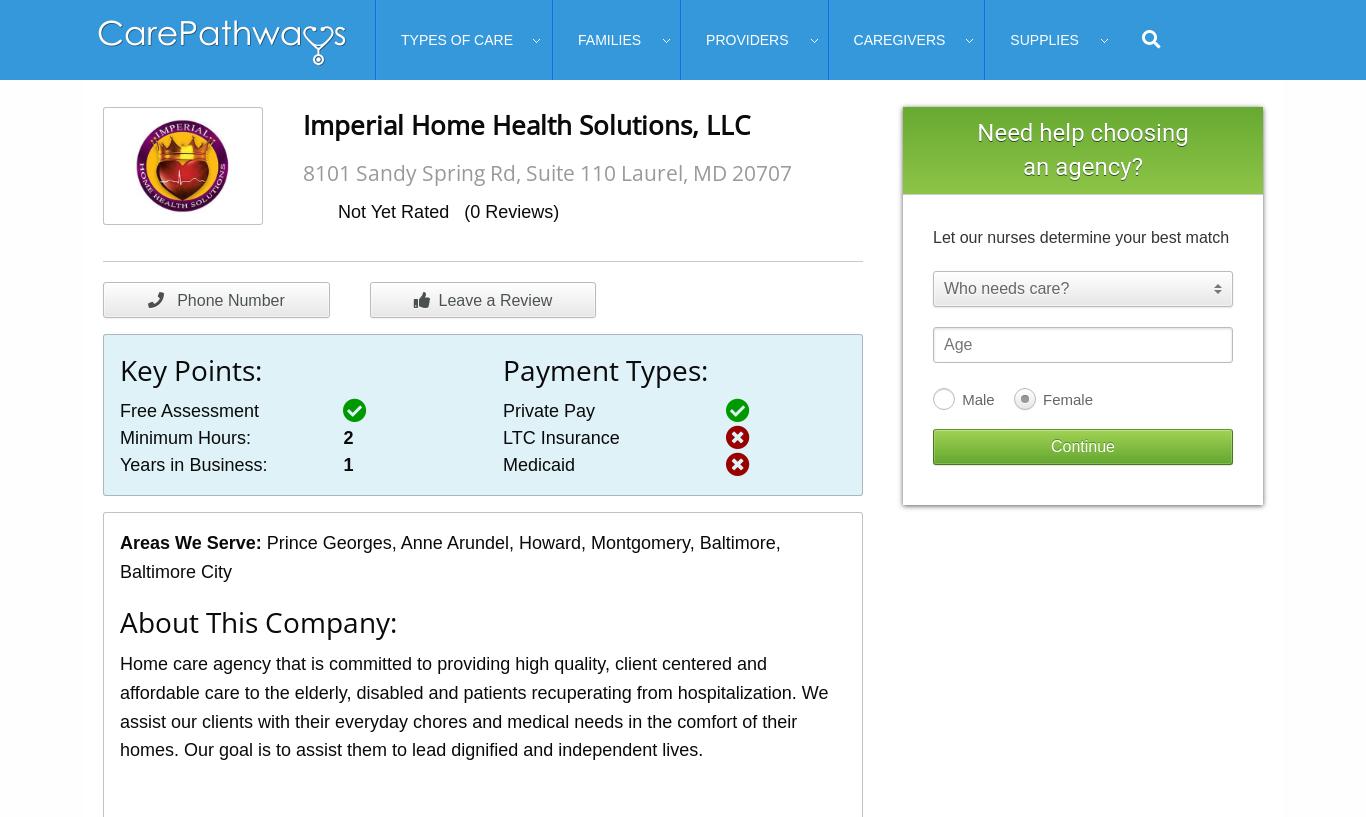 The image size is (1366, 817). Describe the element at coordinates (194, 300) in the screenshot. I see `'Phone'` at that location.